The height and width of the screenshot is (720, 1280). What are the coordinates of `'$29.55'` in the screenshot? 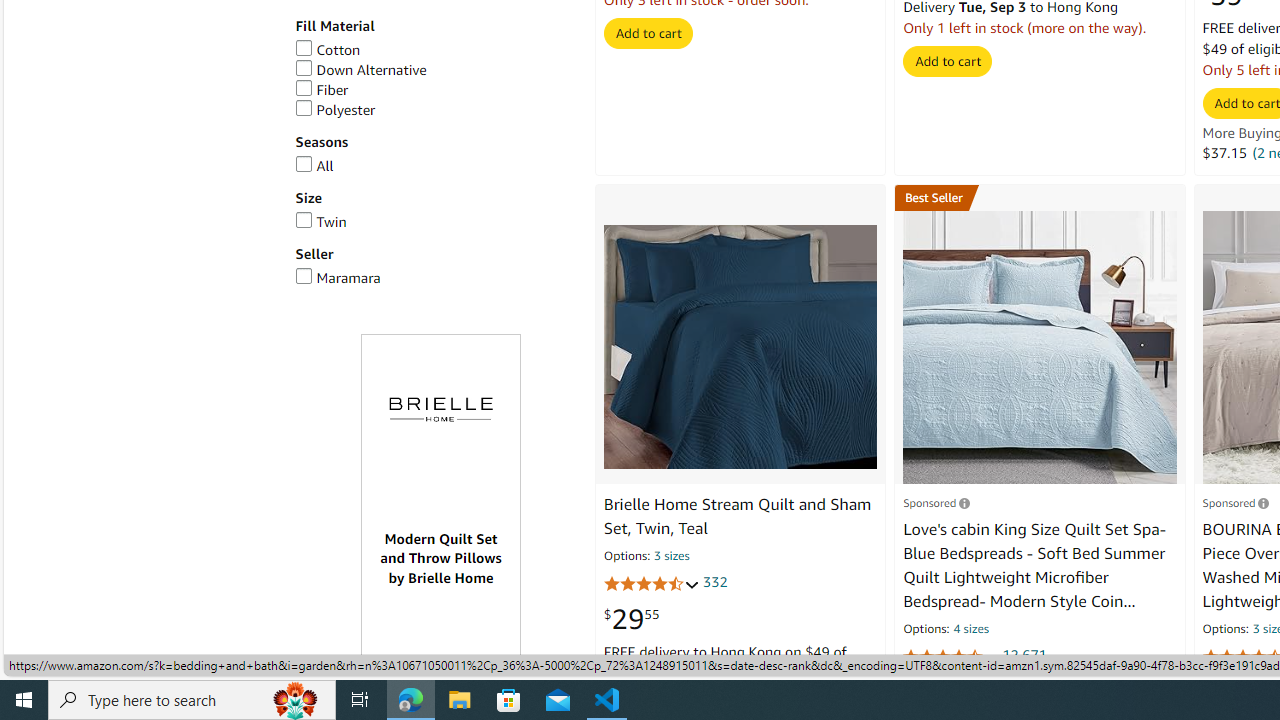 It's located at (630, 618).